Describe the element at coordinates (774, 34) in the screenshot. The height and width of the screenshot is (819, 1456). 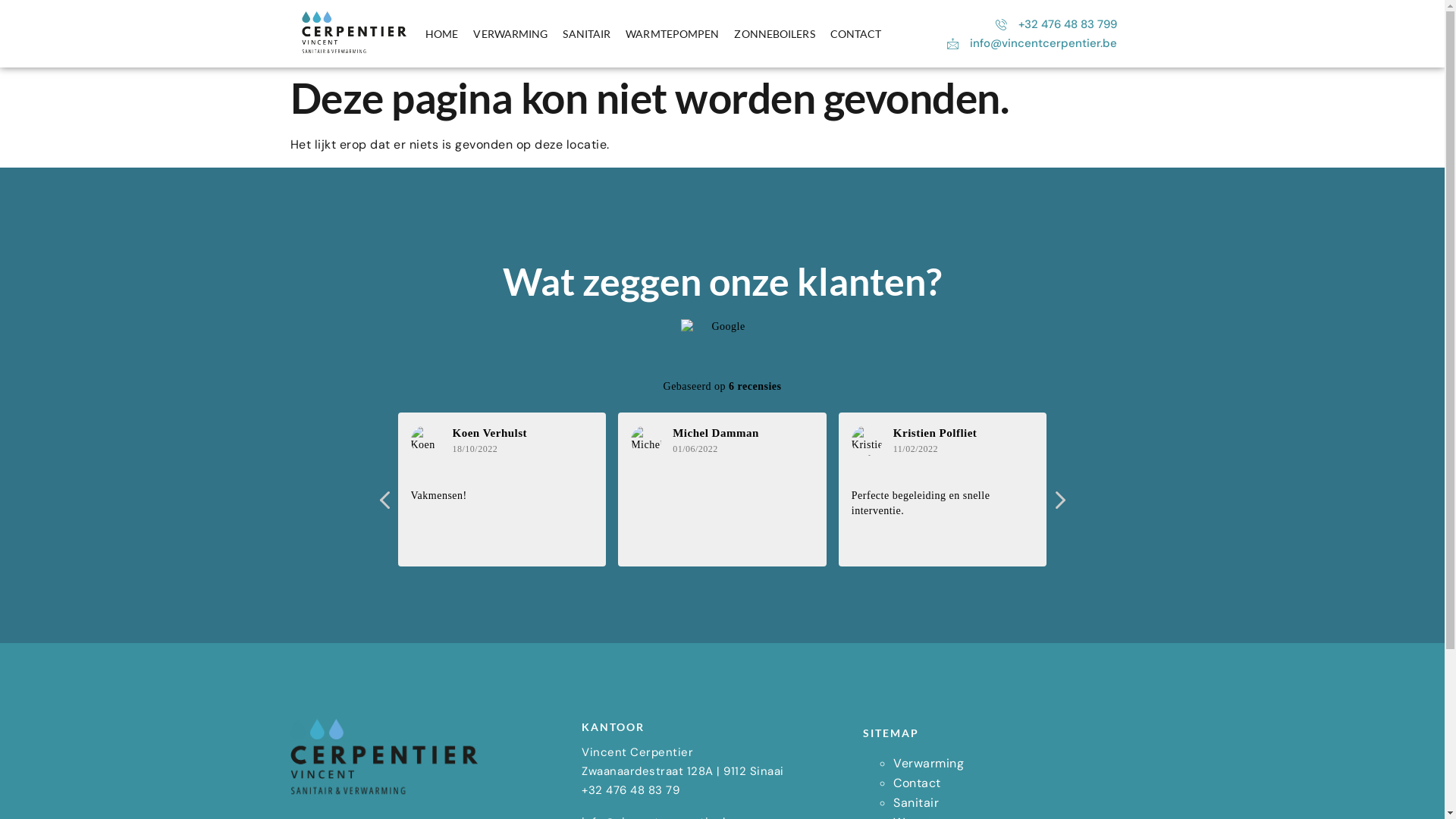
I see `'ZONNEBOILERS'` at that location.